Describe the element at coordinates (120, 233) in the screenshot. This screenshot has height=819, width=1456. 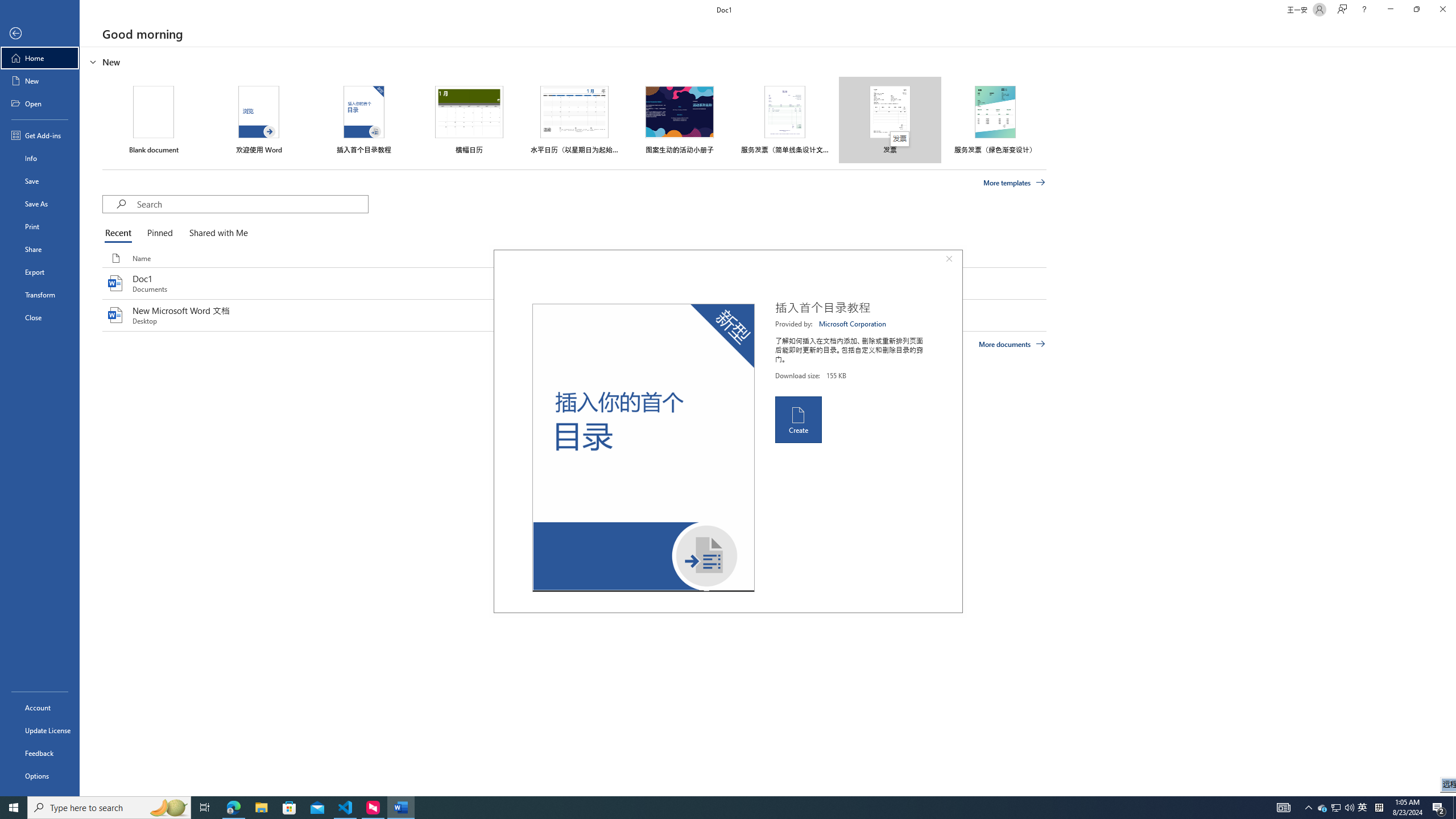
I see `'Recent'` at that location.